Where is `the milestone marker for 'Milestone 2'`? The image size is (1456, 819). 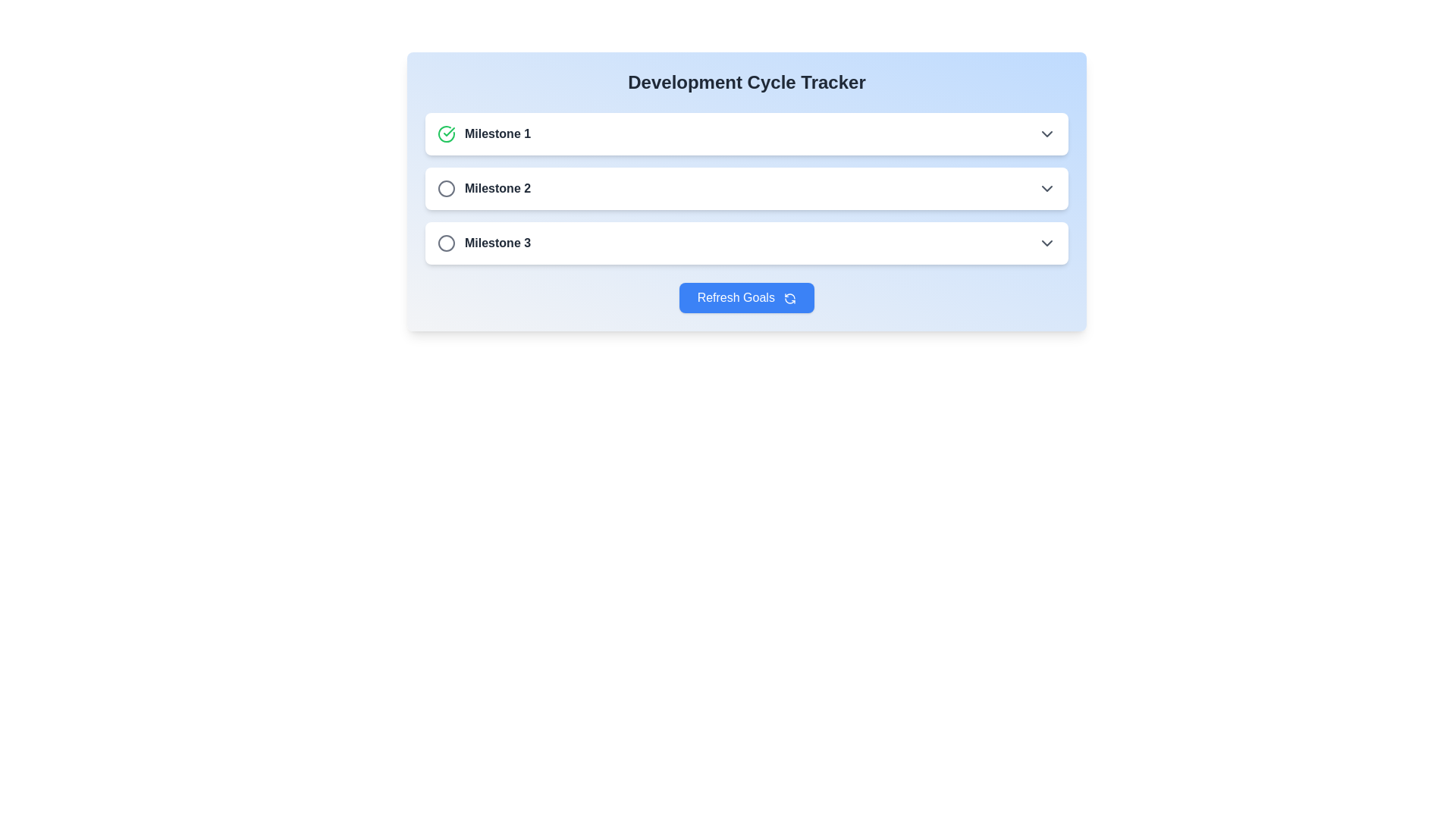 the milestone marker for 'Milestone 2' is located at coordinates (746, 188).